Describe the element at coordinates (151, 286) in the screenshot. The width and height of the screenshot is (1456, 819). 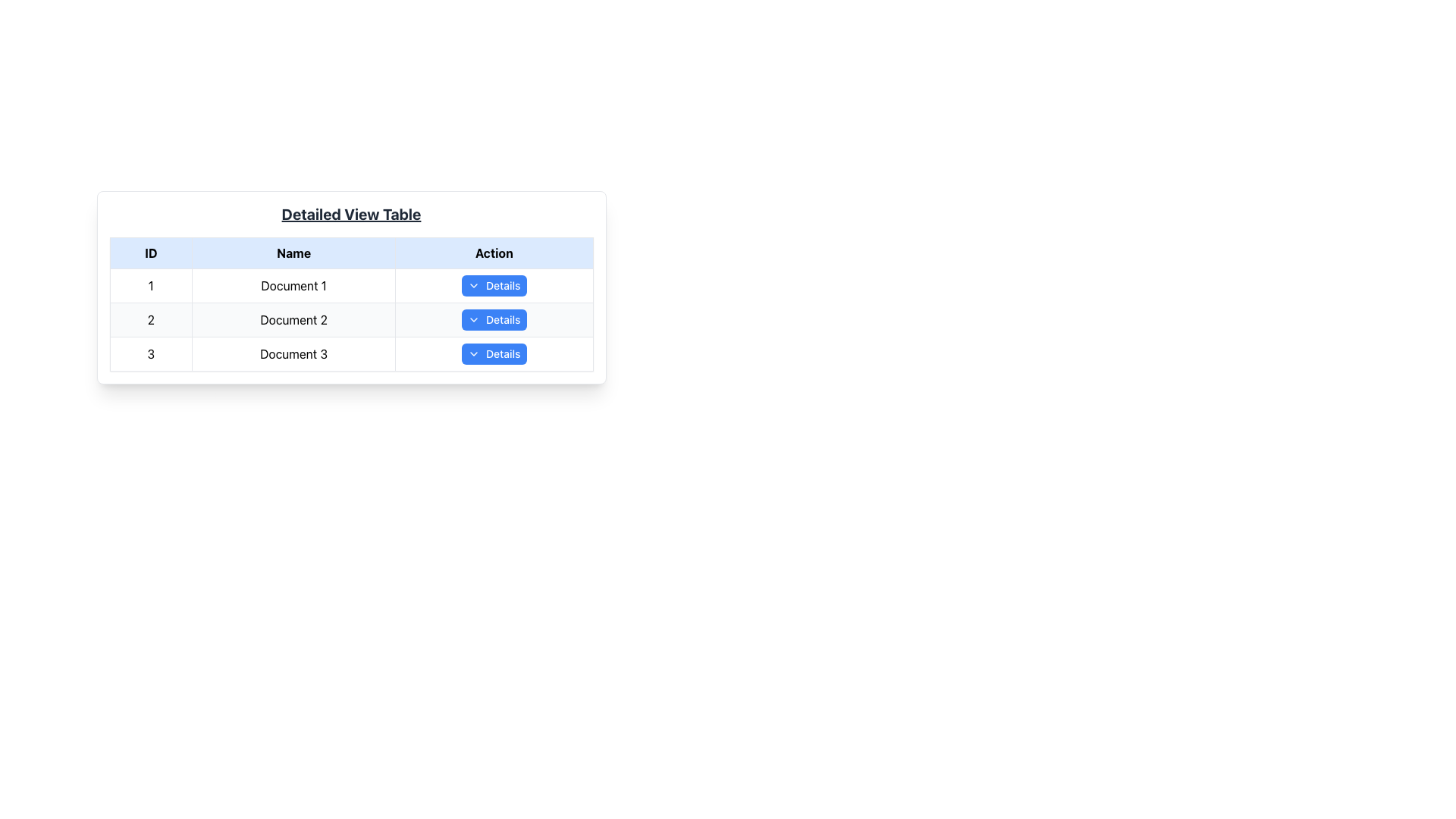
I see `the Table Cell Text displaying the unique identifier for the first row in the 'Detailed View Table'` at that location.